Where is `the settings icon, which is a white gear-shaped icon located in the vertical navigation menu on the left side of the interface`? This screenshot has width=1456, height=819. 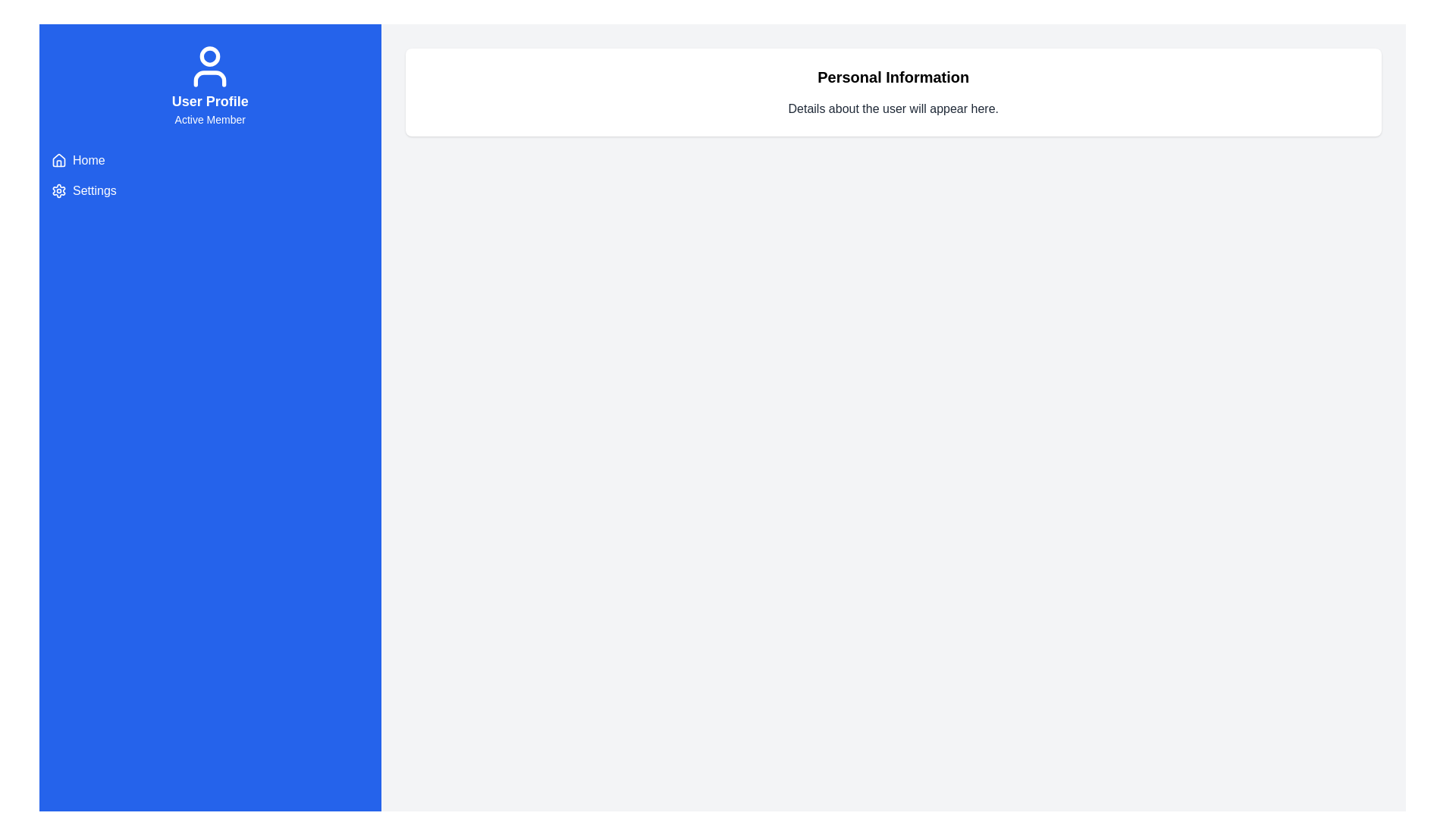 the settings icon, which is a white gear-shaped icon located in the vertical navigation menu on the left side of the interface is located at coordinates (58, 190).